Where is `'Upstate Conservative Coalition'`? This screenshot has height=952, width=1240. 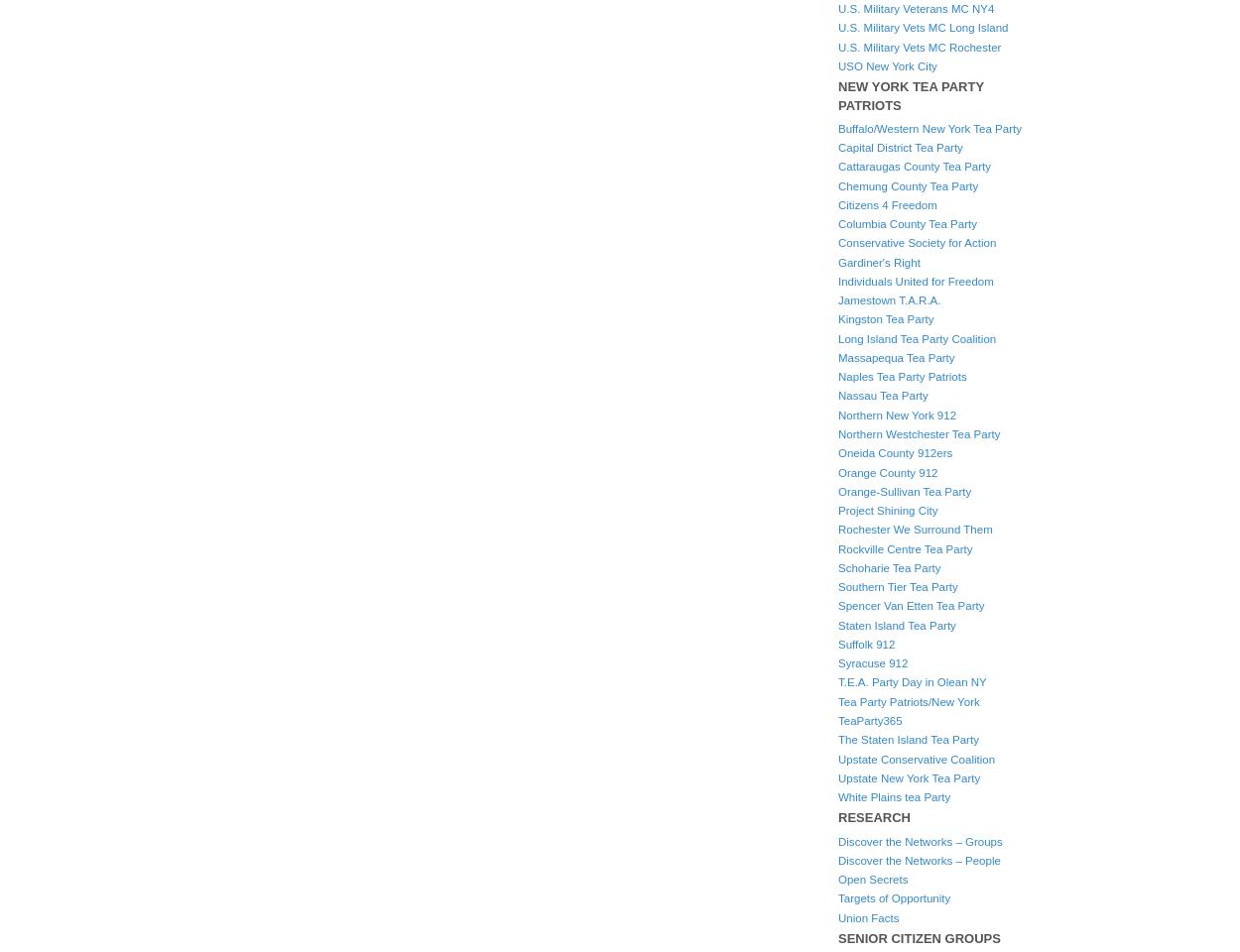 'Upstate Conservative Coalition' is located at coordinates (917, 758).